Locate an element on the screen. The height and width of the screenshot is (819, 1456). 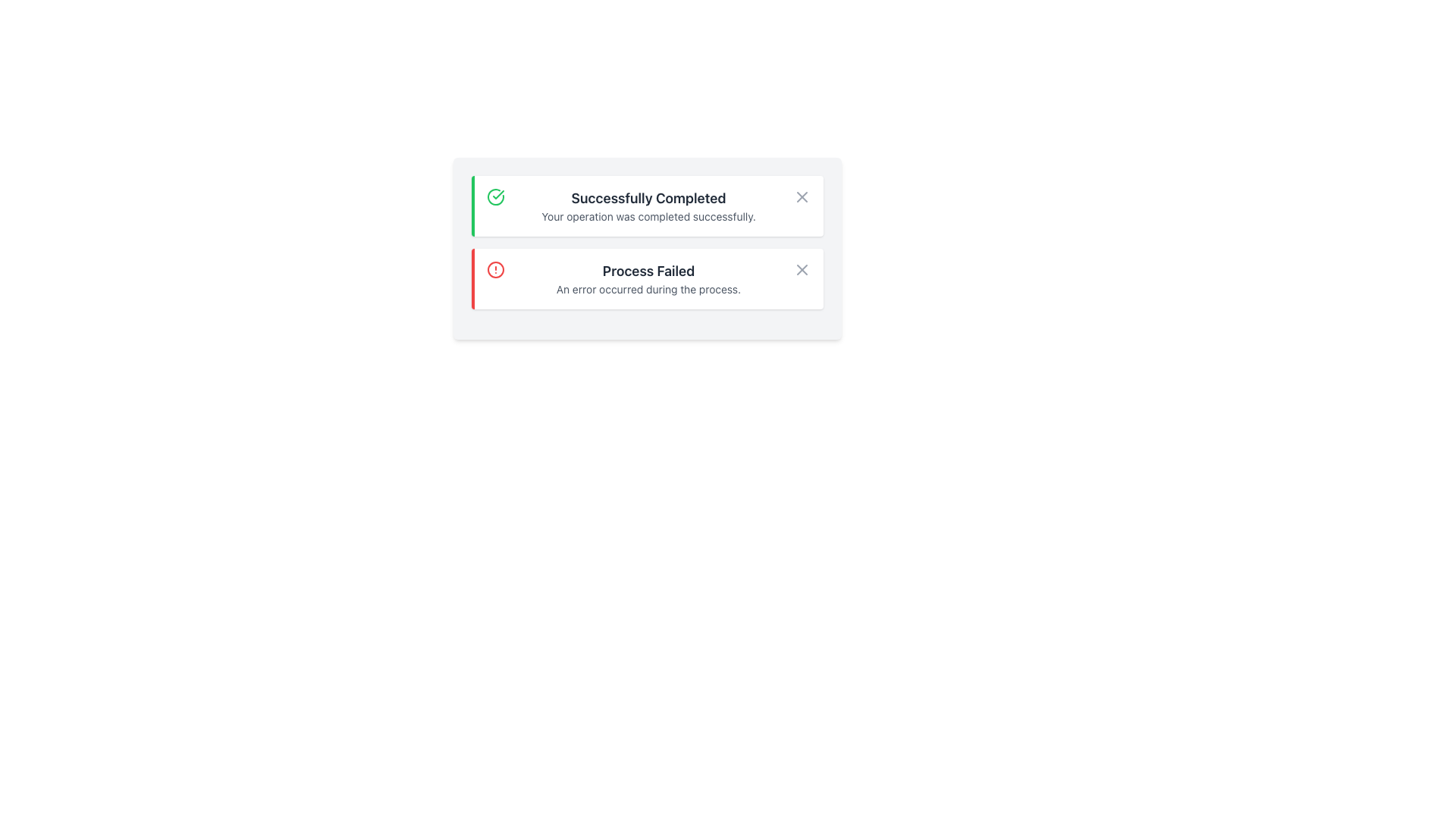
the checkmark symbol located at the left side of the 'Successfully Completed' notification panel to visually indicate a successful action is located at coordinates (498, 194).